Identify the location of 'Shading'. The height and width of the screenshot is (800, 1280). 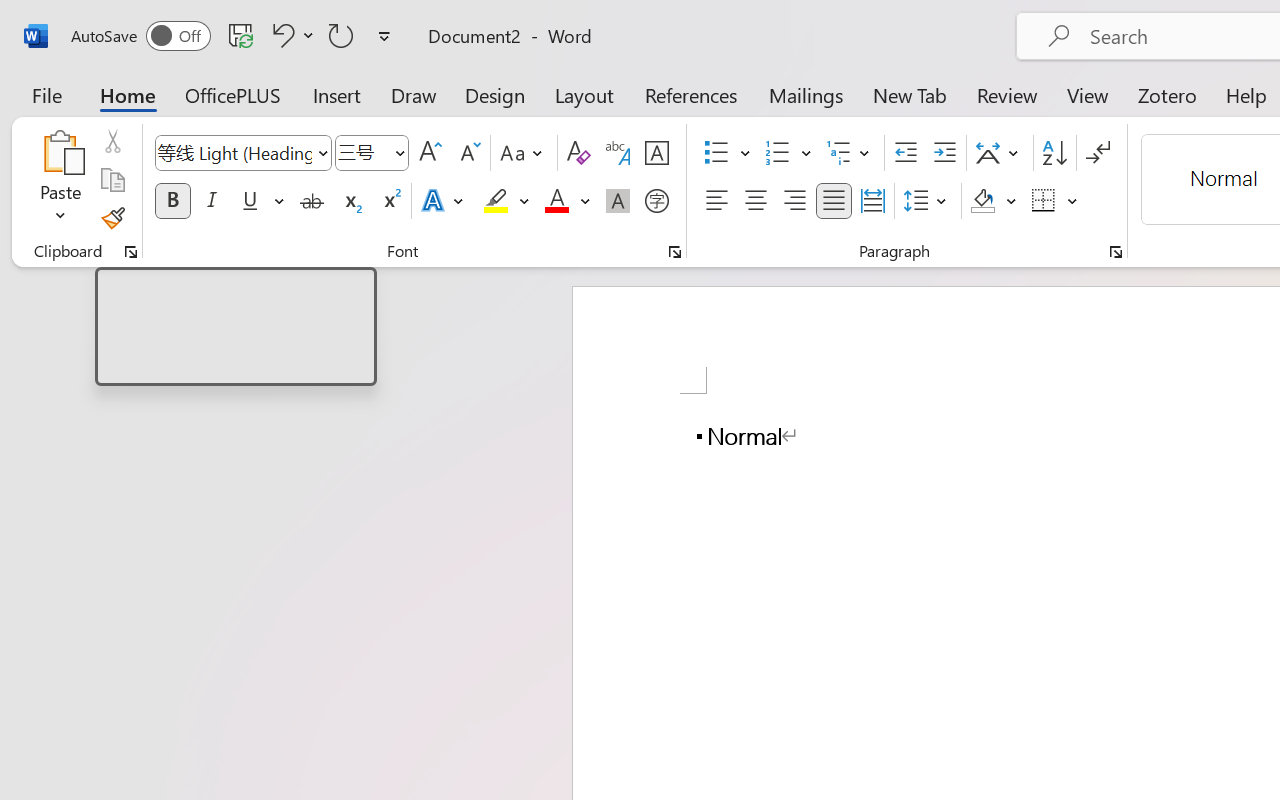
(993, 201).